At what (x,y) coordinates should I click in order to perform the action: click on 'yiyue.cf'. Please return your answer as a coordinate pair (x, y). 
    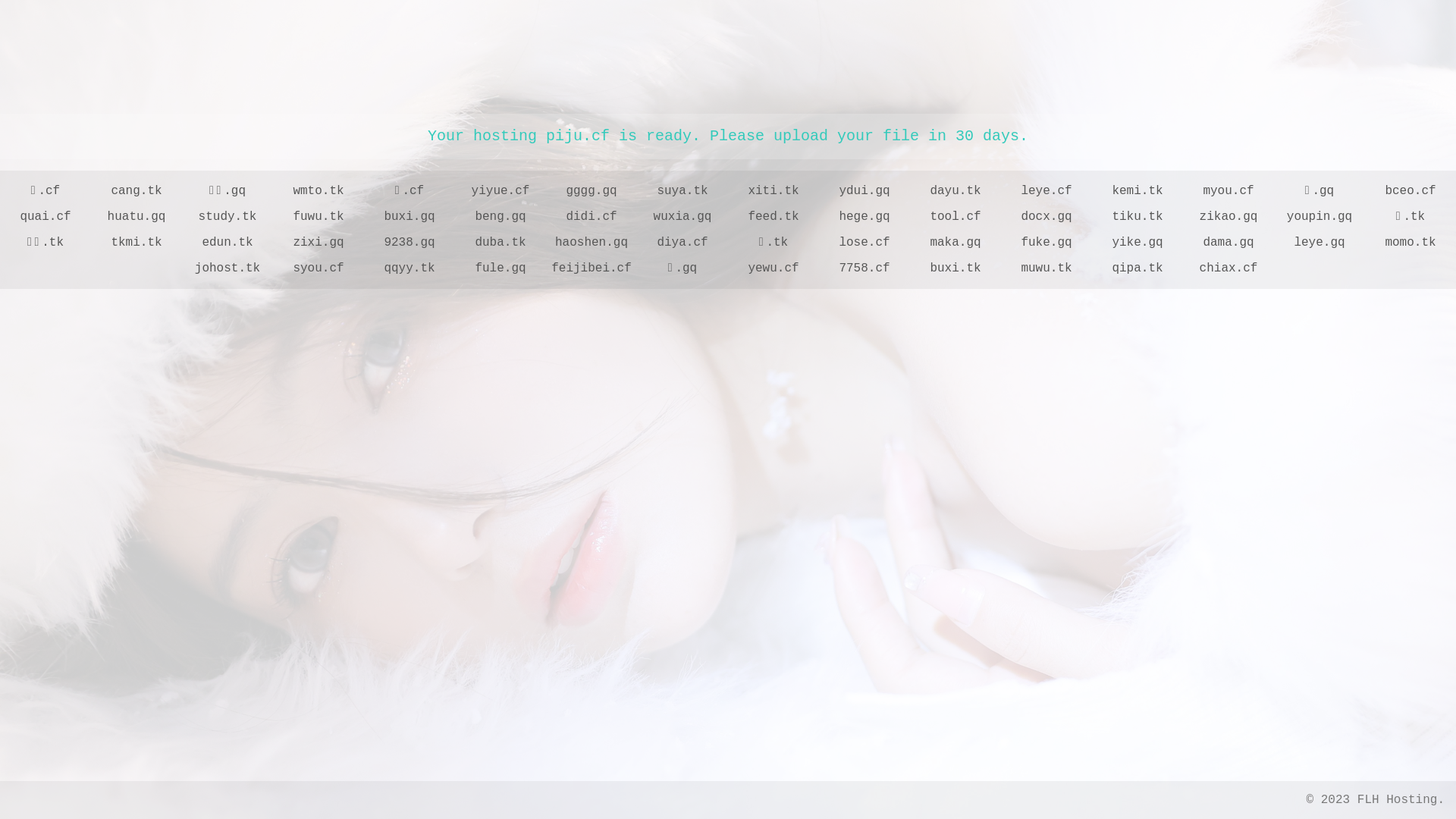
    Looking at the image, I should click on (500, 190).